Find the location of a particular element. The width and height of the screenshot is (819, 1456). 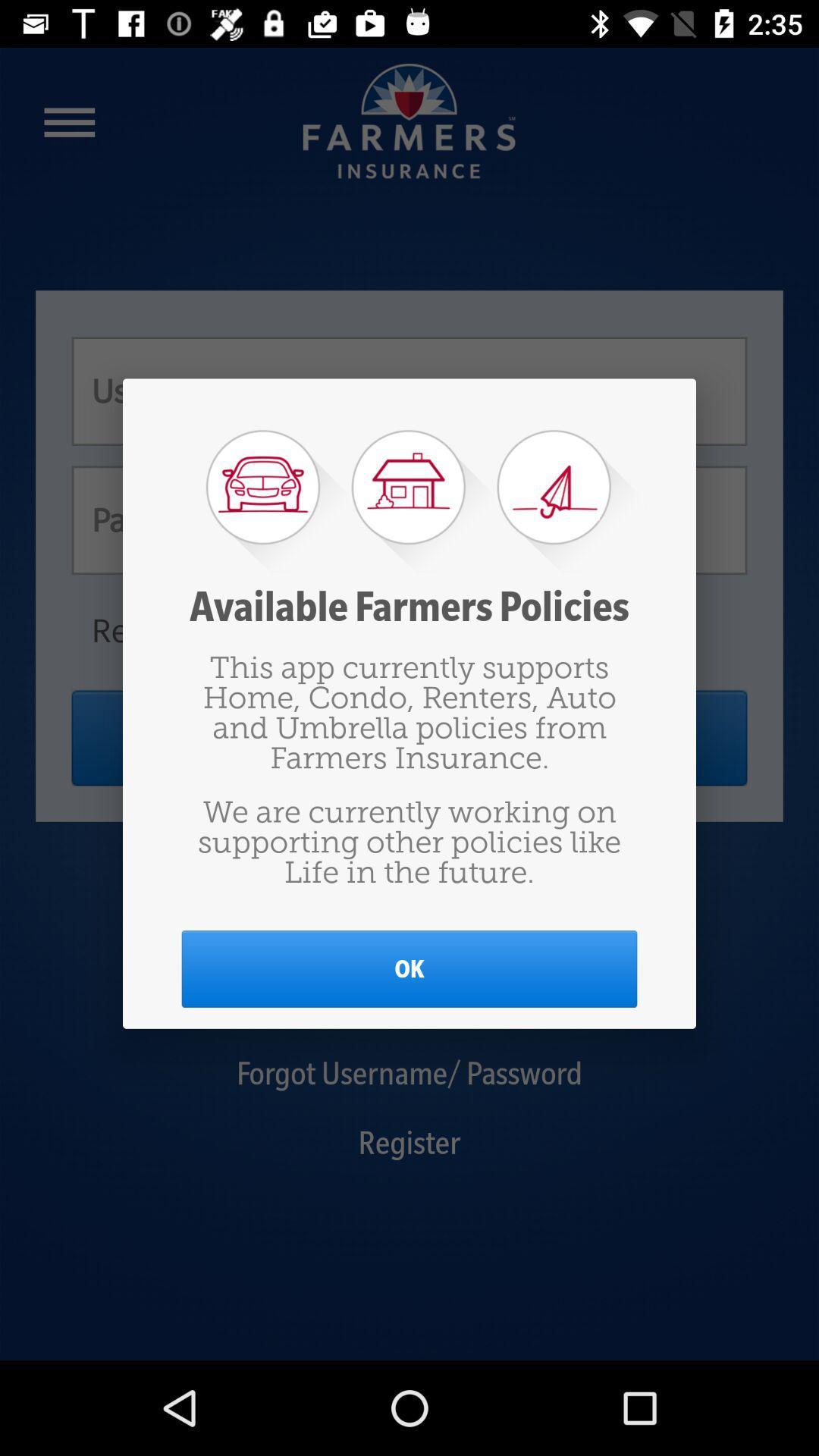

item below we are currently item is located at coordinates (409, 968).